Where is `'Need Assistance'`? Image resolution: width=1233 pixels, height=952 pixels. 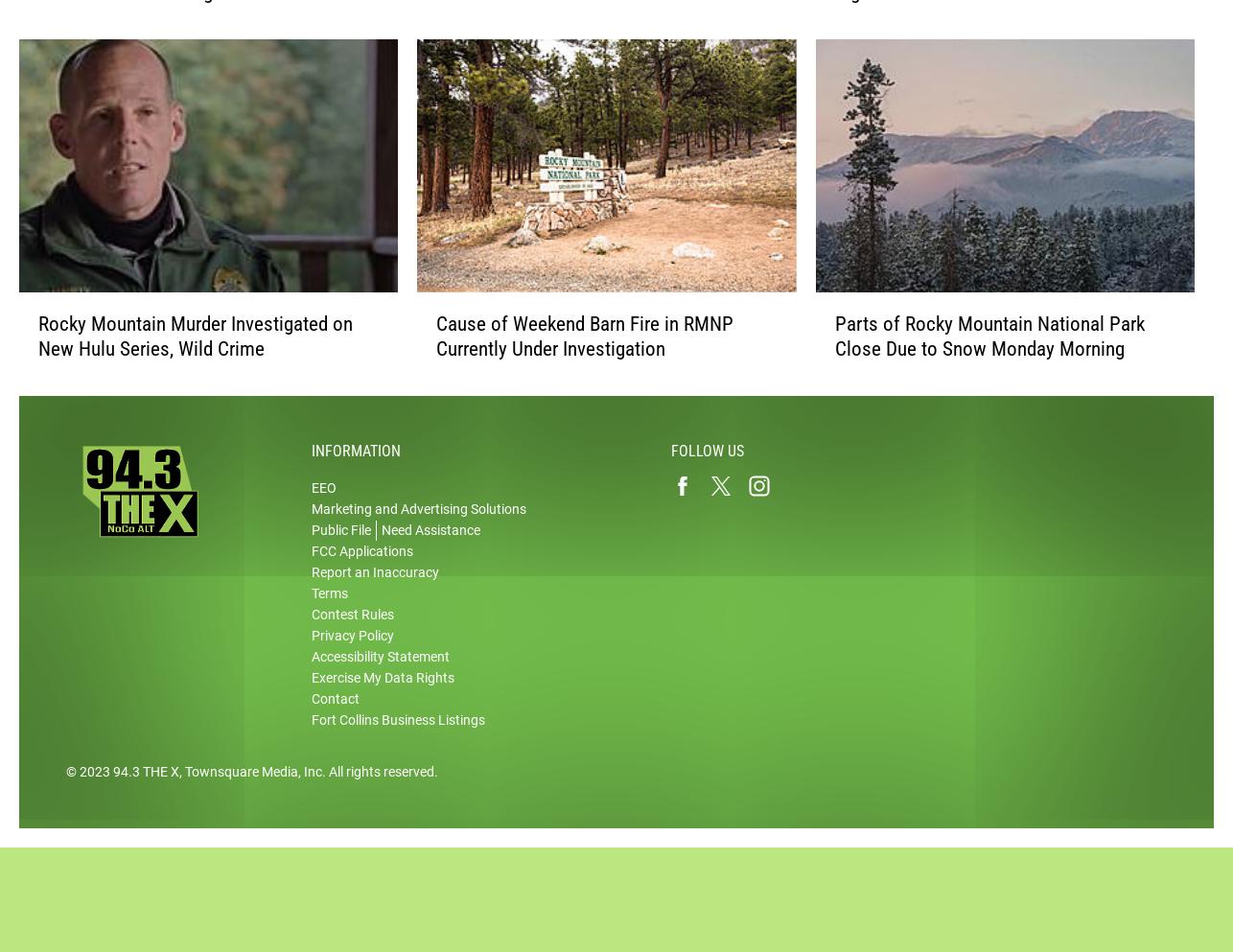
'Need Assistance' is located at coordinates (430, 548).